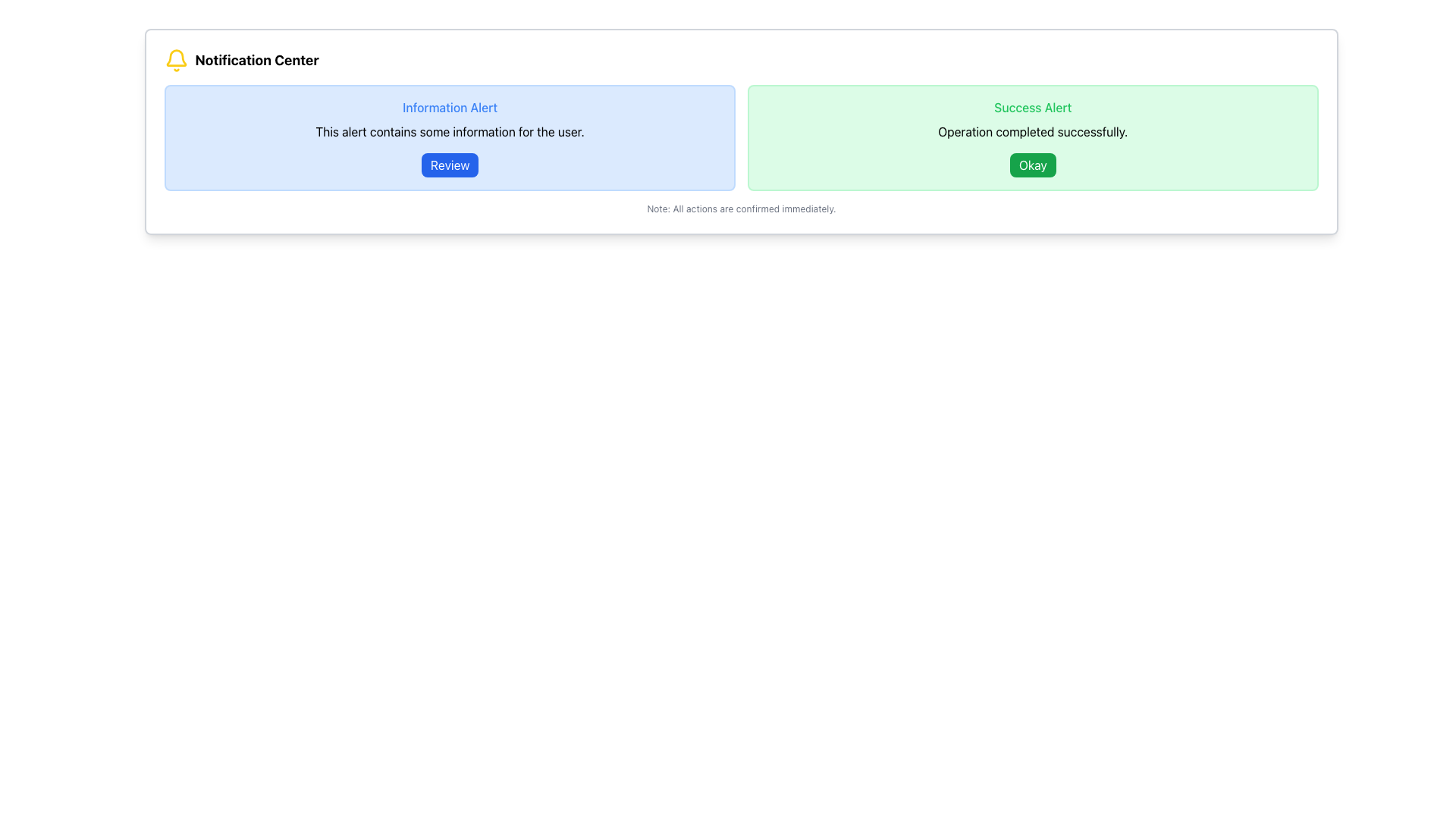 The image size is (1456, 819). What do you see at coordinates (449, 137) in the screenshot?
I see `the informational alert box labeled 'Information Alert' to read the message` at bounding box center [449, 137].